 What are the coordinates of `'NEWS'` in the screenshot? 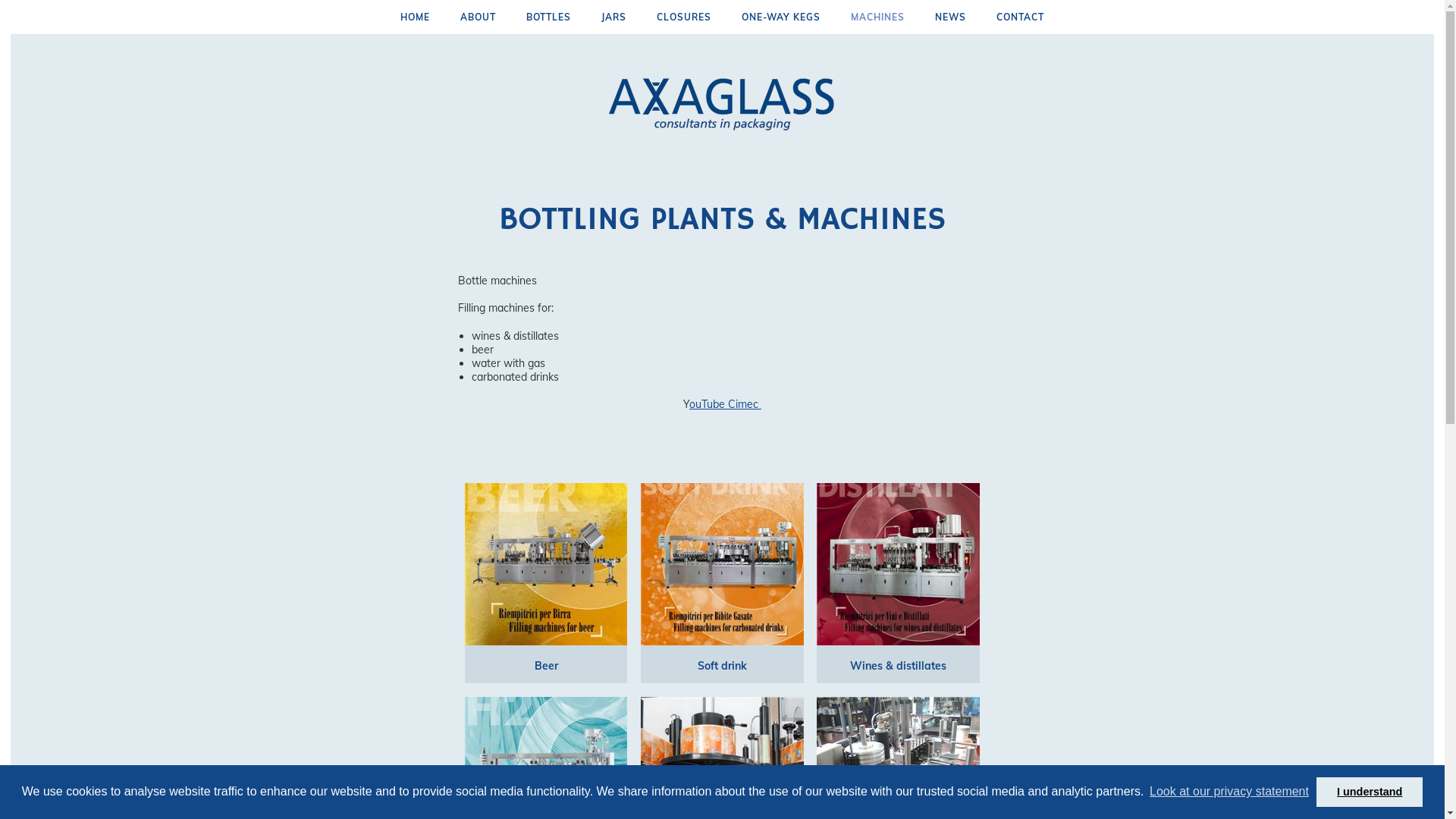 It's located at (949, 17).